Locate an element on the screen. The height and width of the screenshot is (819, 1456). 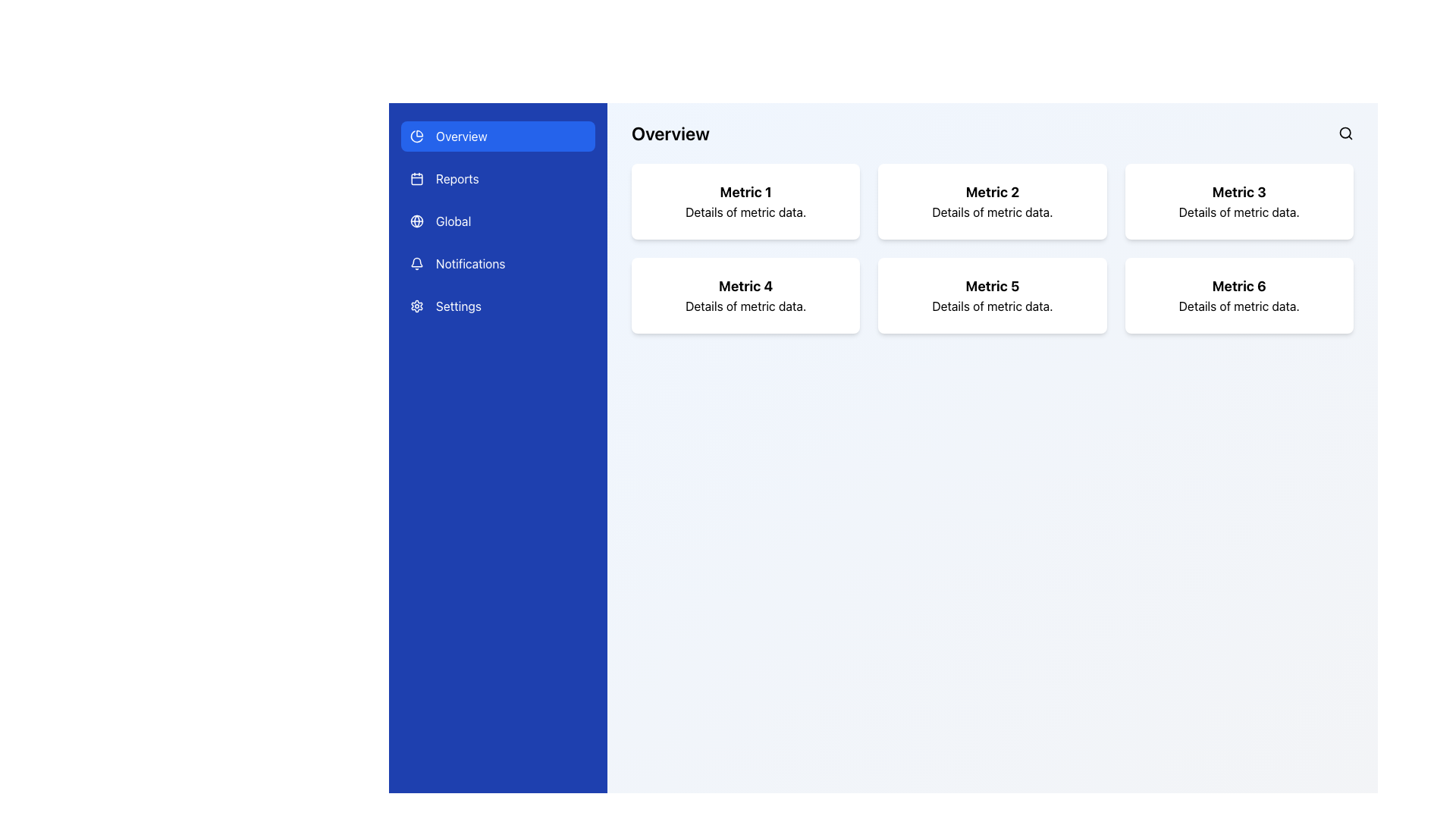
the text label reading 'Details of metric data.' located immediately below the heading 'Metric 6' in the bottom-right card of the grid layout is located at coordinates (1239, 306).